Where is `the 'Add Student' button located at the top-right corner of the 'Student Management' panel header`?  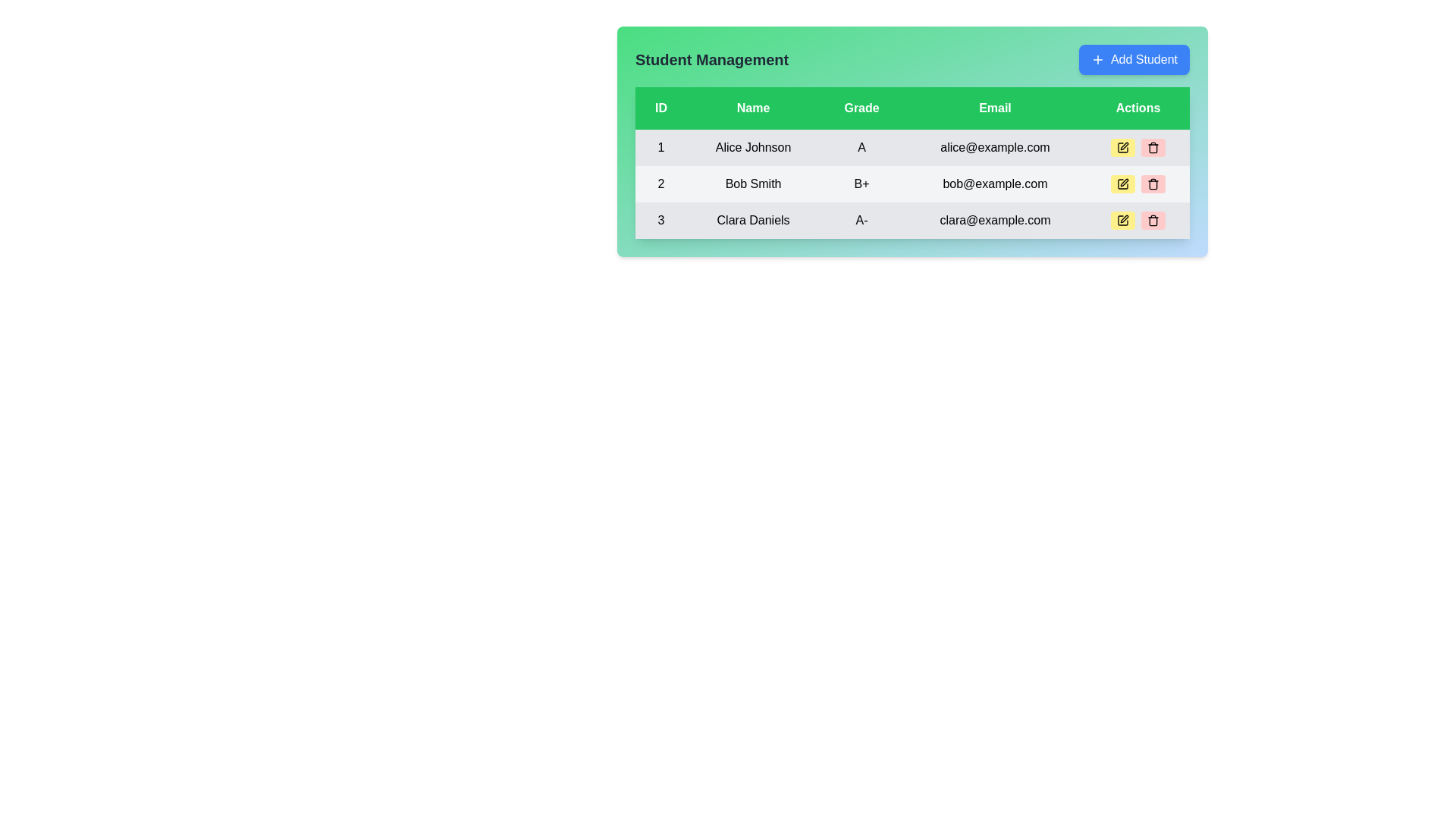
the 'Add Student' button located at the top-right corner of the 'Student Management' panel header is located at coordinates (1134, 58).